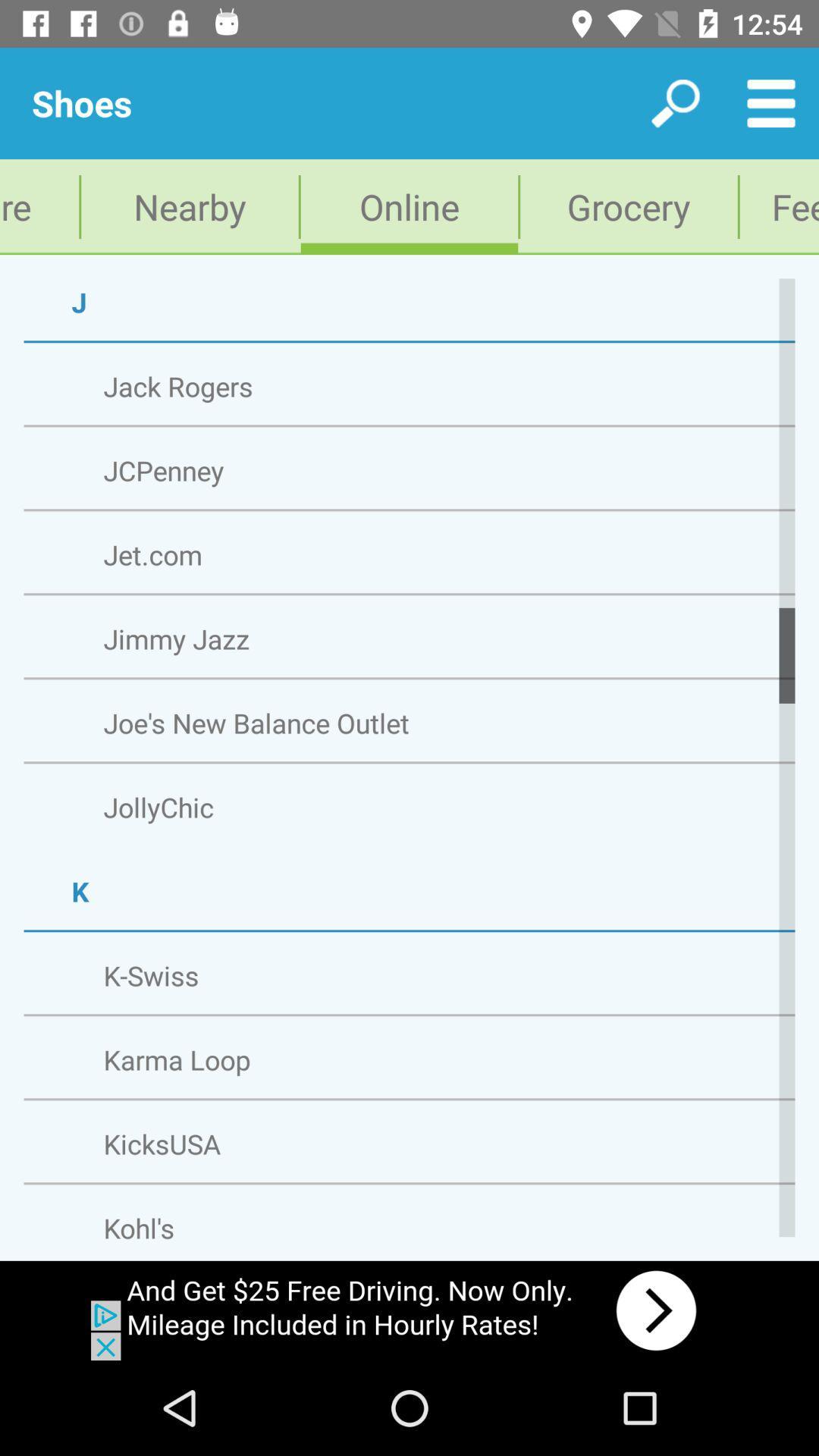  I want to click on the adverisment, so click(409, 1310).